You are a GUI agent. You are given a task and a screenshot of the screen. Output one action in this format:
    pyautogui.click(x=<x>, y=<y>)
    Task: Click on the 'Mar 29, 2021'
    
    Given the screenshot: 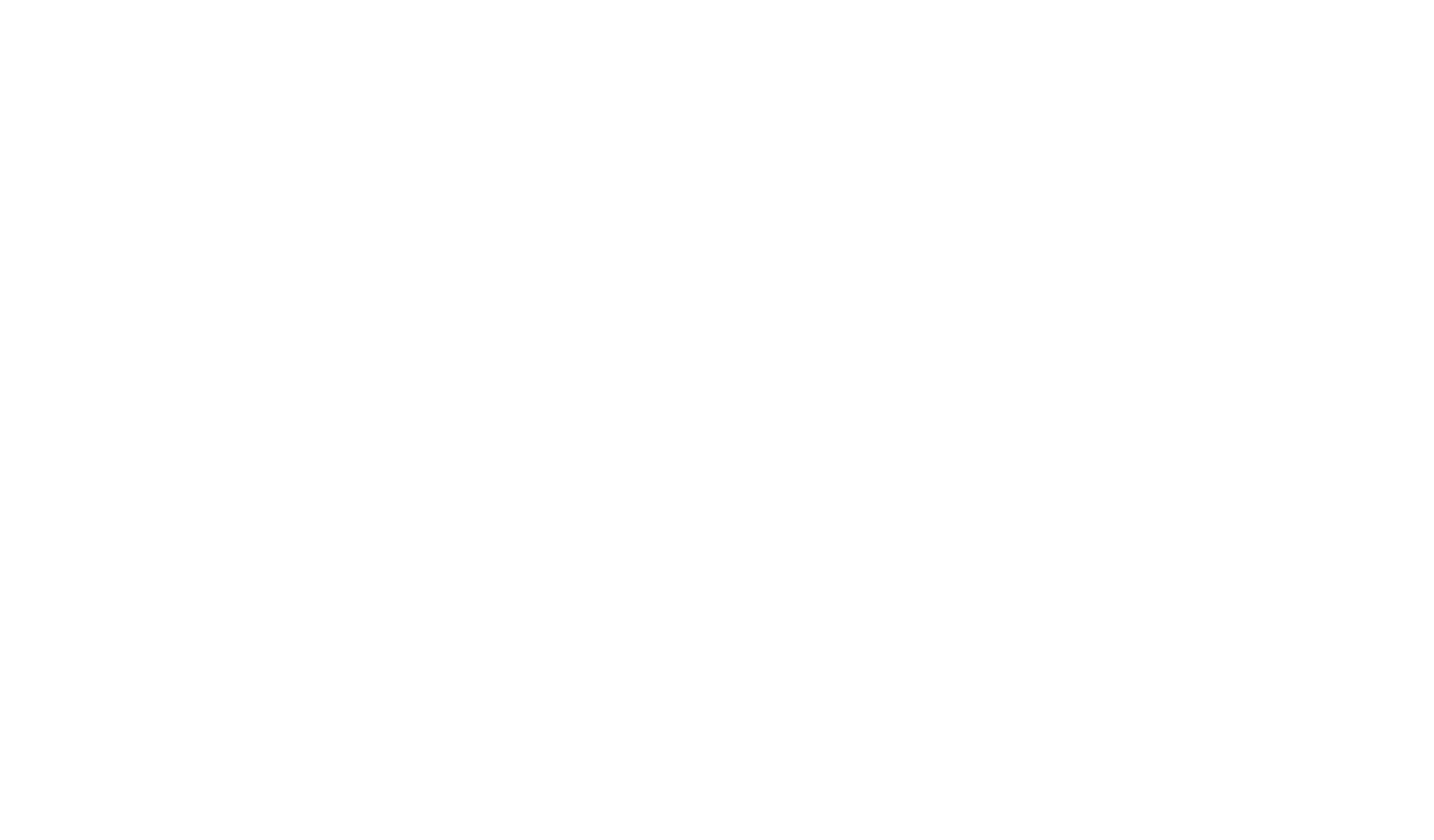 What is the action you would take?
    pyautogui.click(x=284, y=682)
    